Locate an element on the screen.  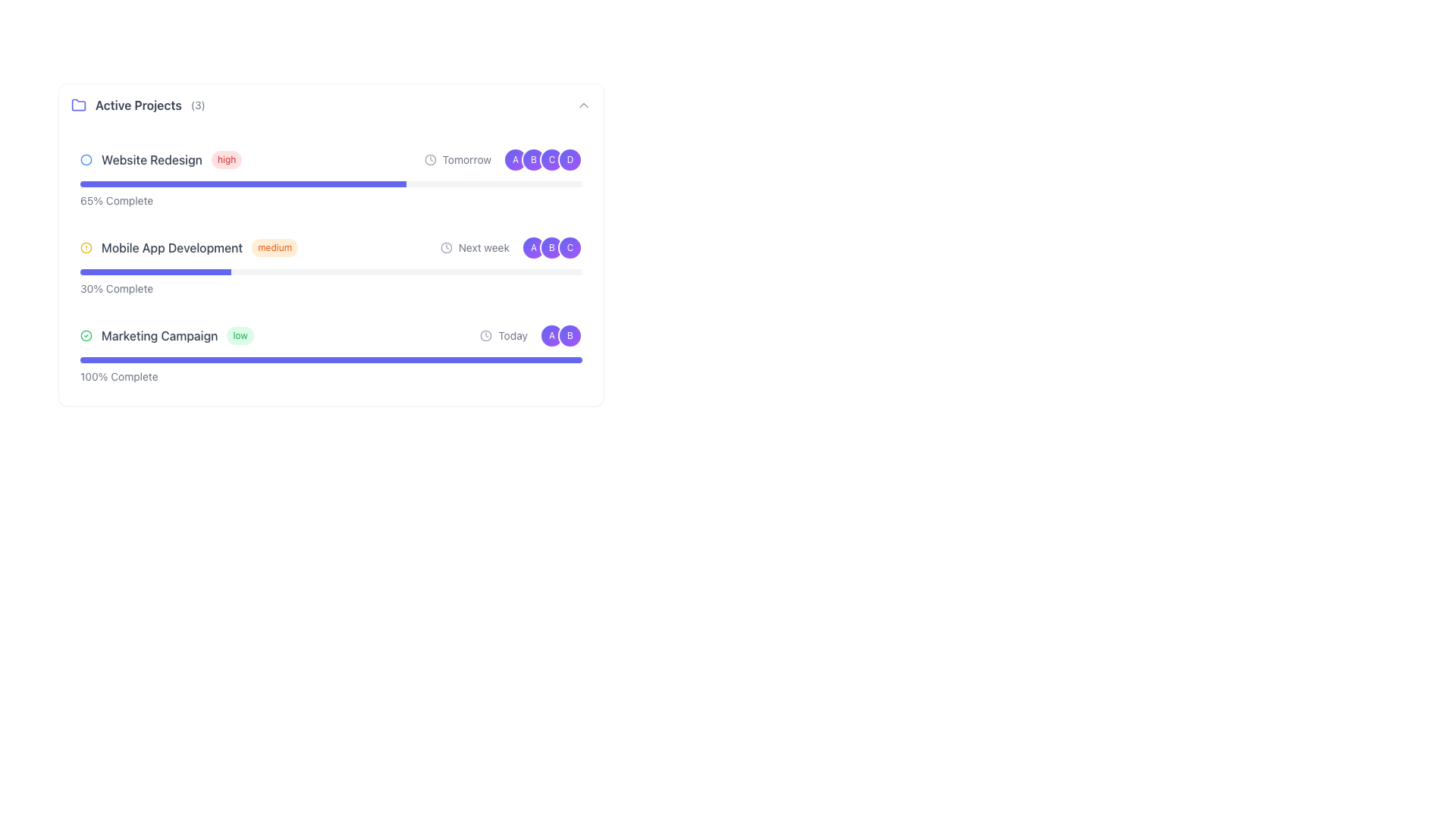
the scheduling icon located is located at coordinates (445, 247).